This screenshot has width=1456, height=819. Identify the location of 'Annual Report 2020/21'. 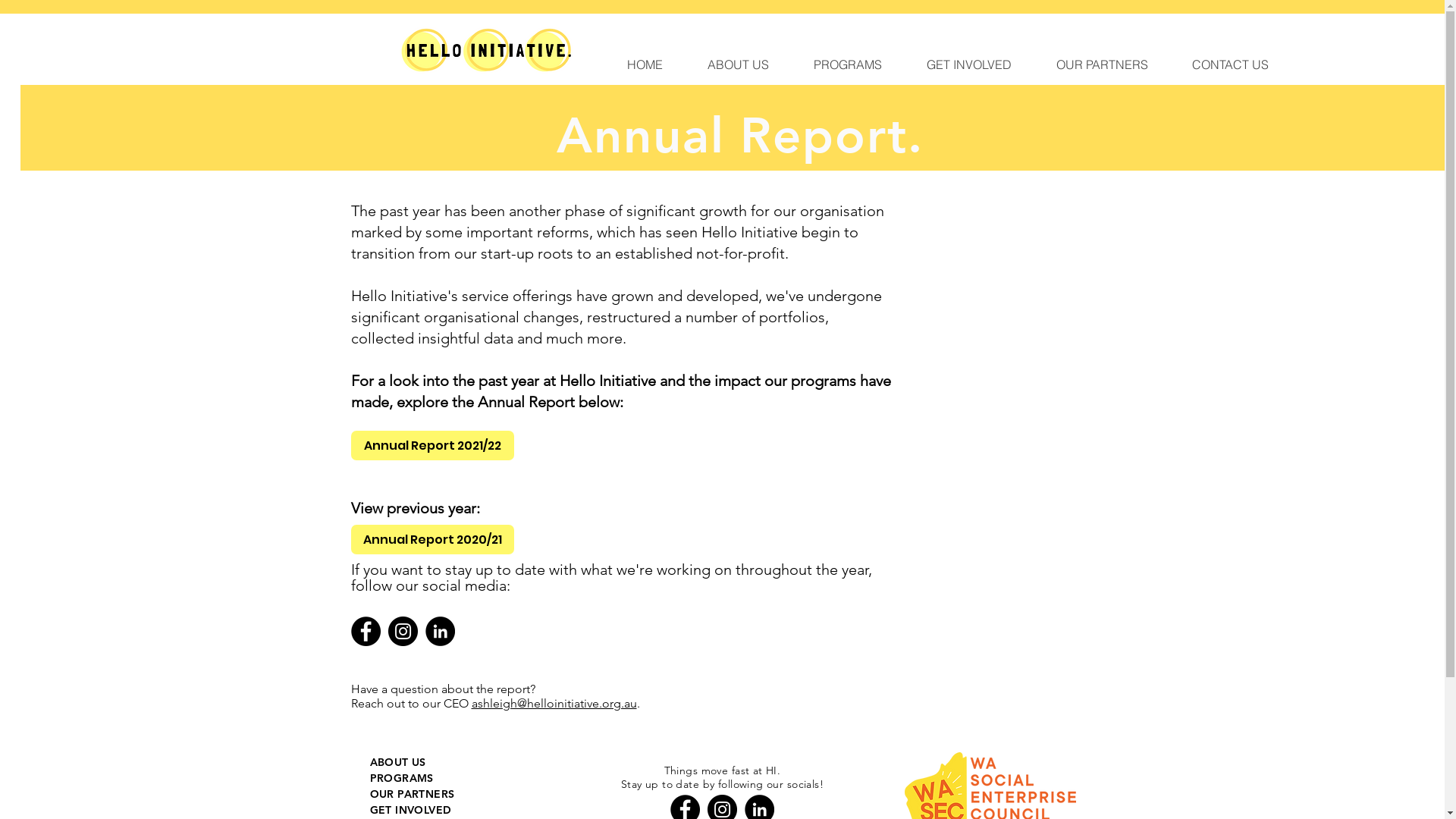
(431, 538).